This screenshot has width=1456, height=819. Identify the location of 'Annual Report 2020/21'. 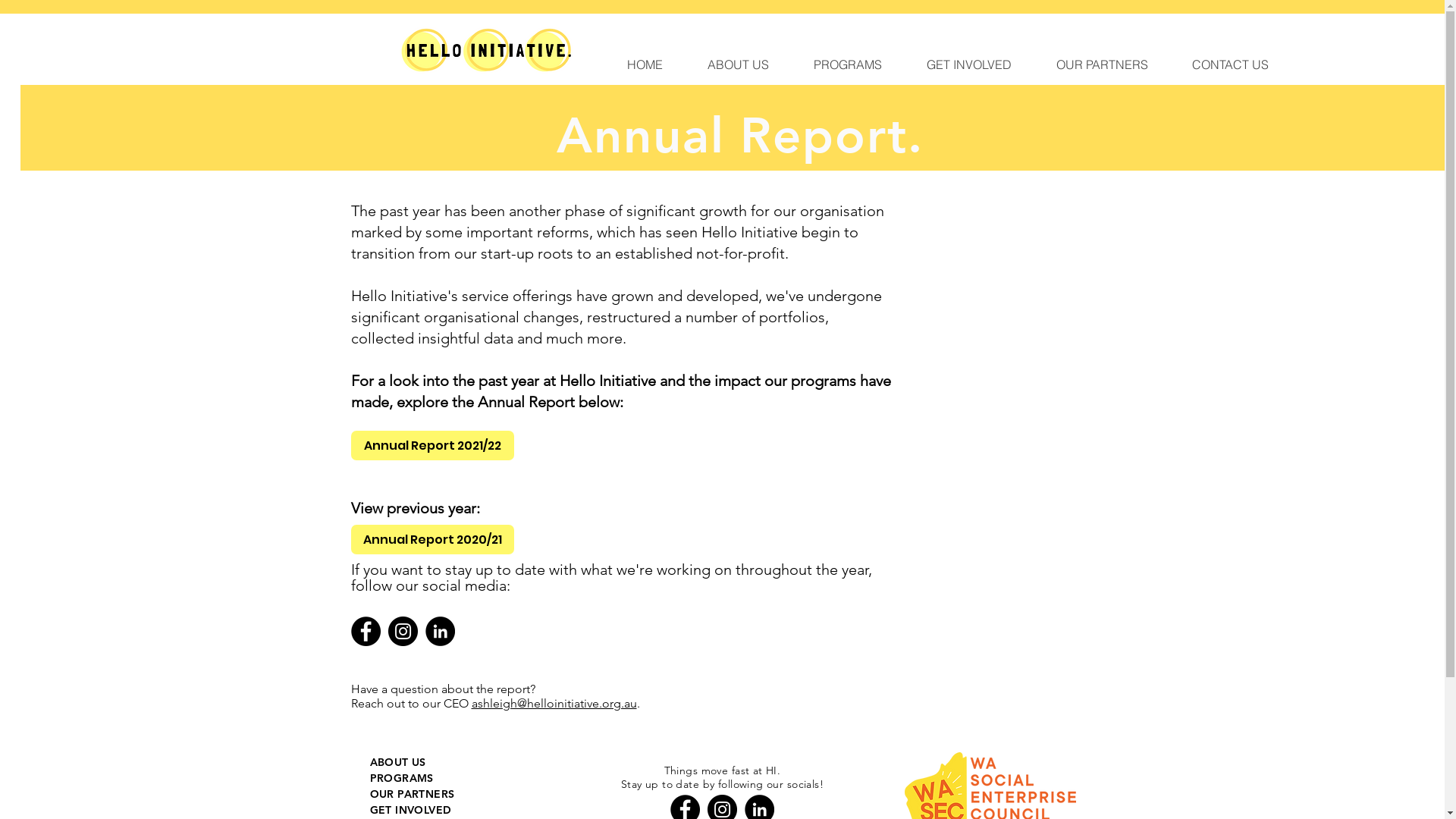
(431, 538).